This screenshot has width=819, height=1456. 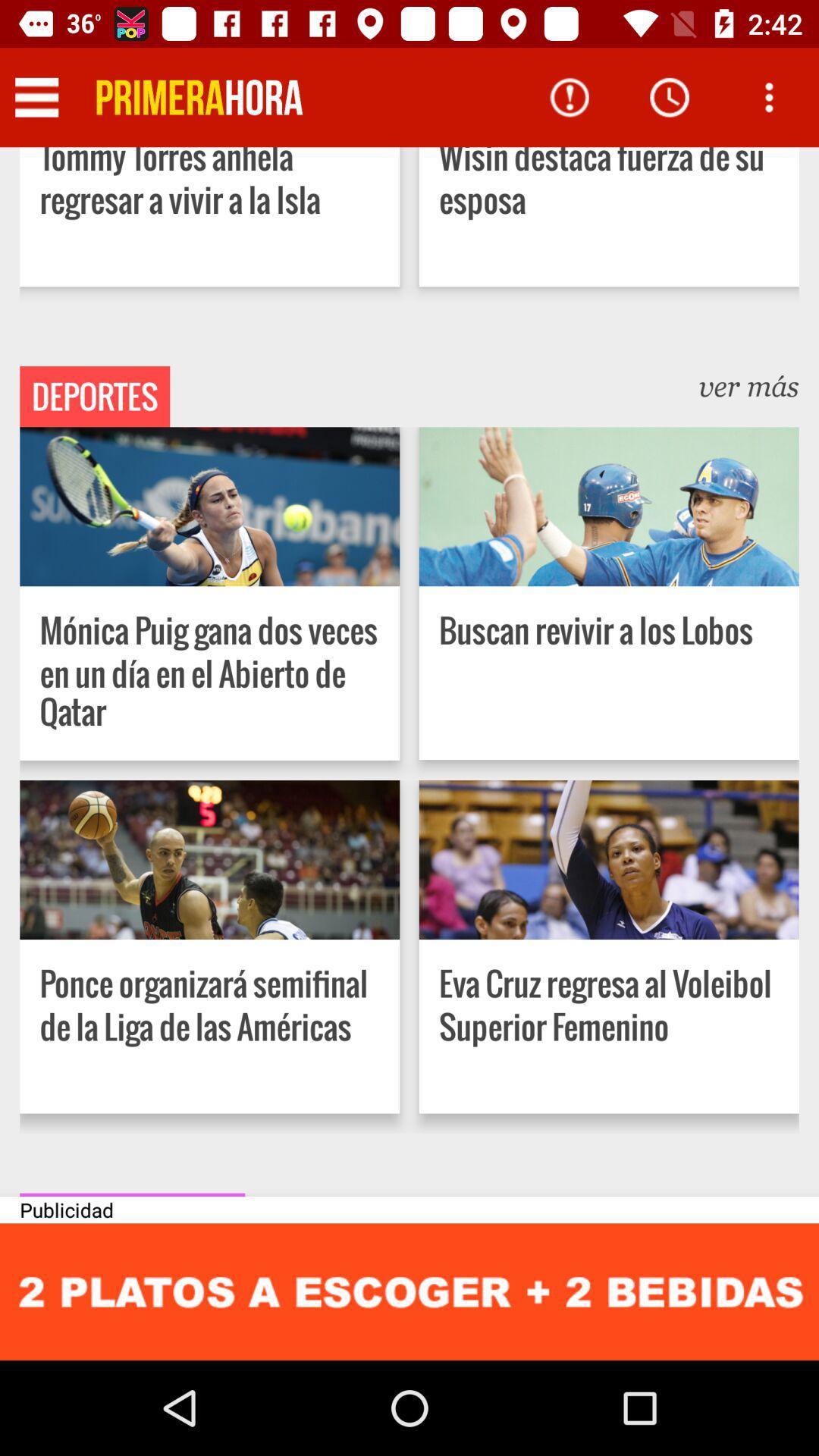 I want to click on menu, so click(x=36, y=96).